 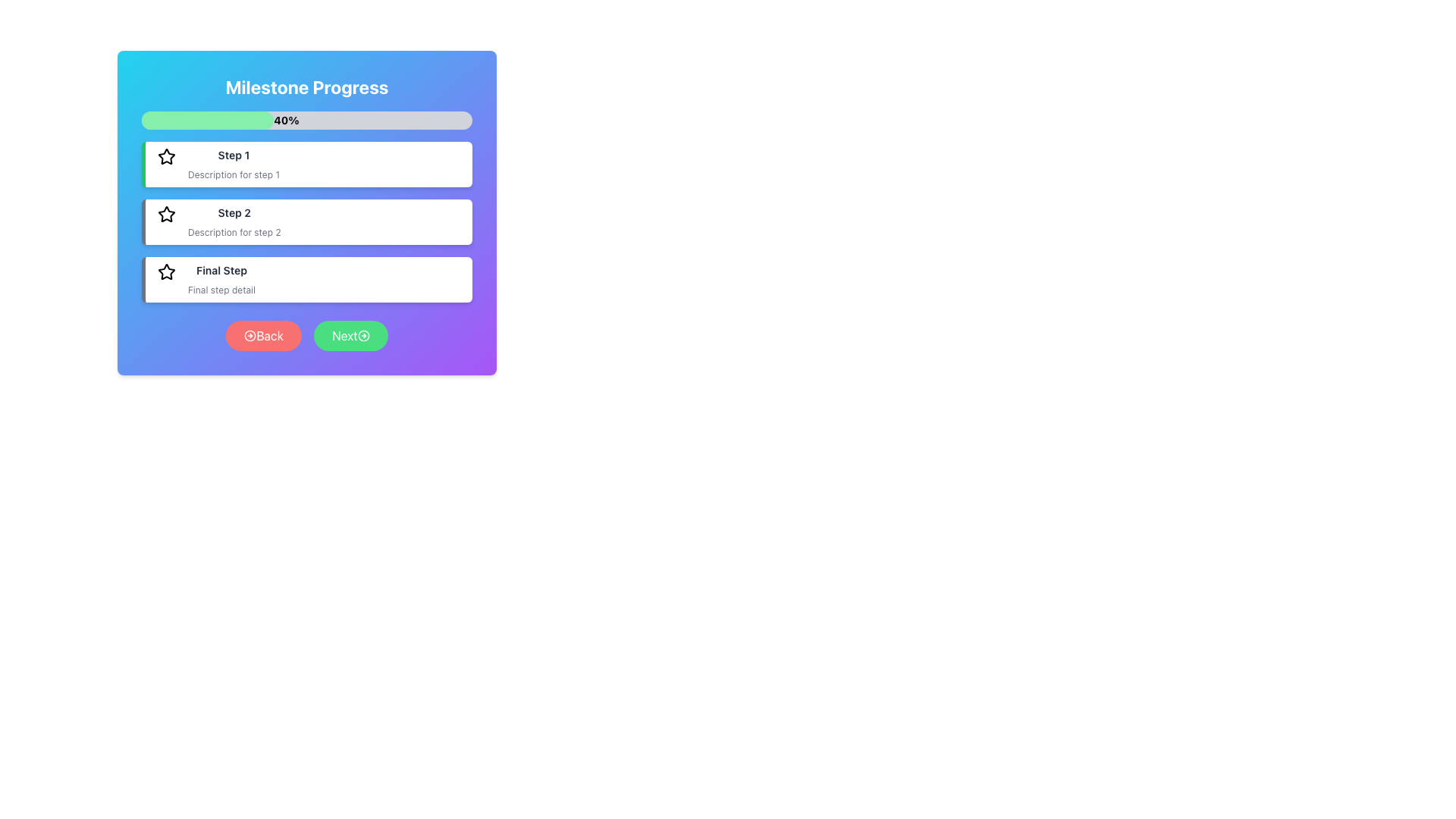 What do you see at coordinates (306, 119) in the screenshot?
I see `the progress bar that displays the current milestone progress percentage ('40%') located below the 'Milestone Progress' title and above the list of steps` at bounding box center [306, 119].